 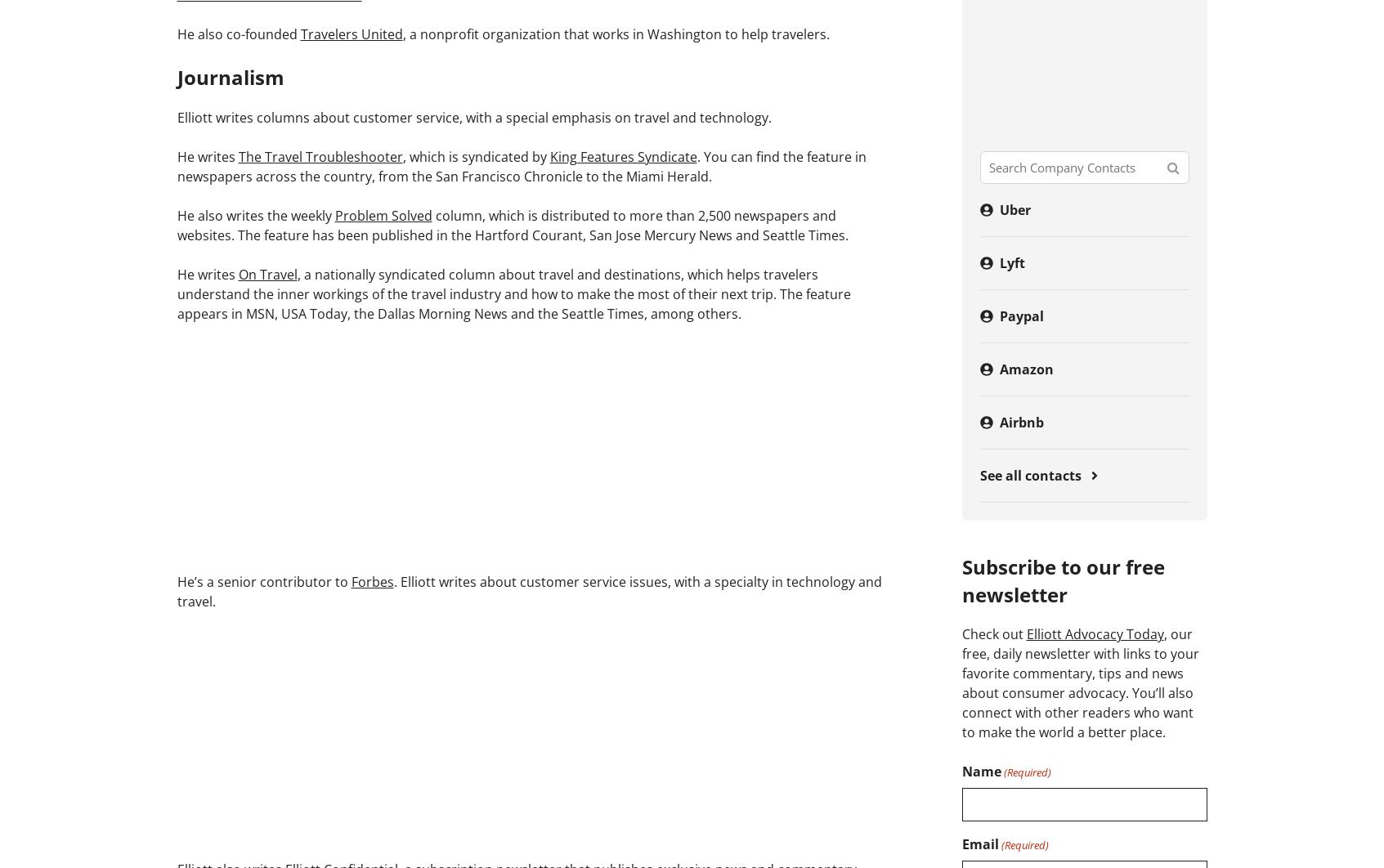 I want to click on 'Problem Solved', so click(x=383, y=214).